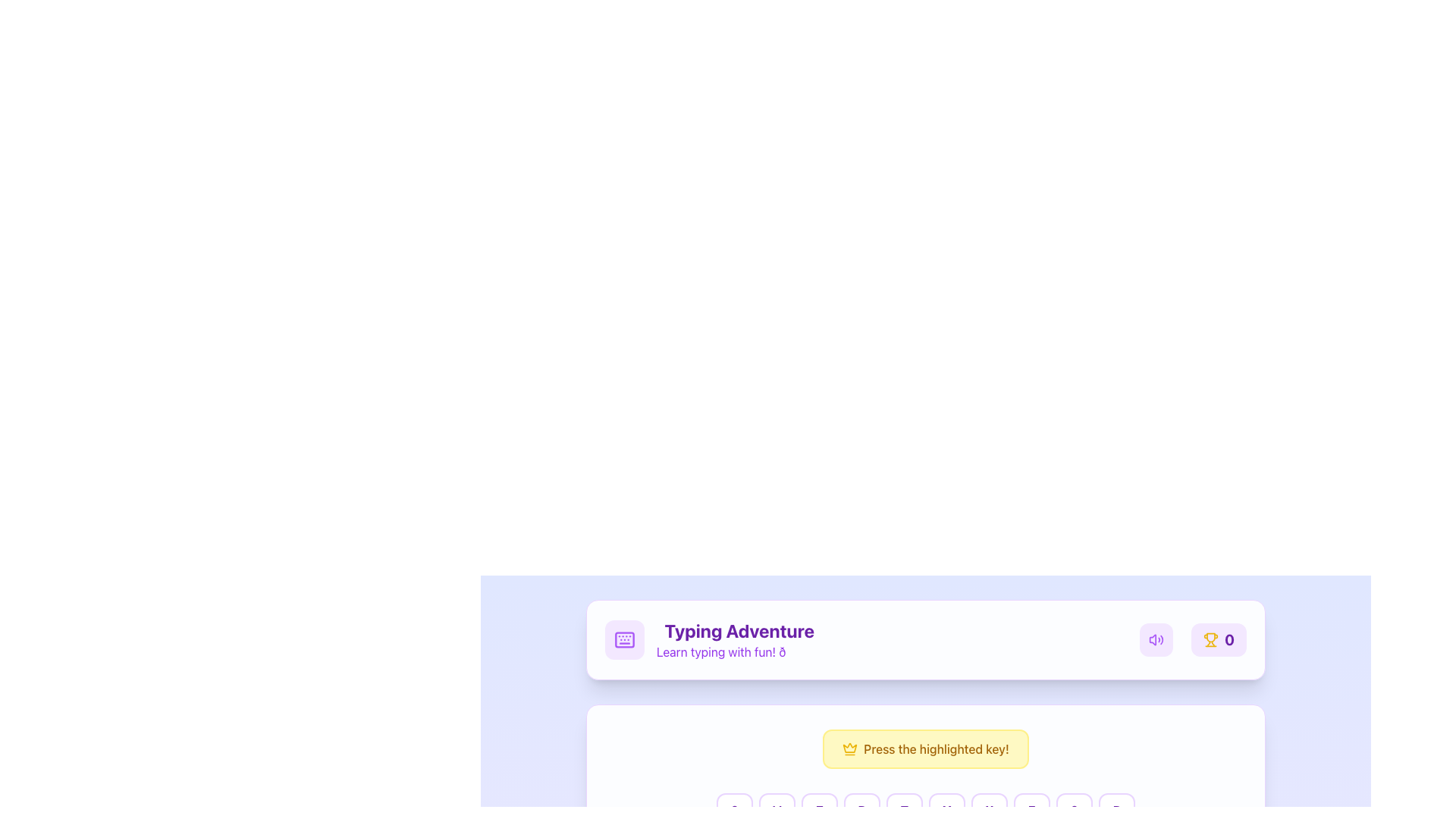 The height and width of the screenshot is (819, 1456). I want to click on the static text label or banner that contains the message 'Press the highlighted key!' and features a crown icon on the left side, so click(924, 748).